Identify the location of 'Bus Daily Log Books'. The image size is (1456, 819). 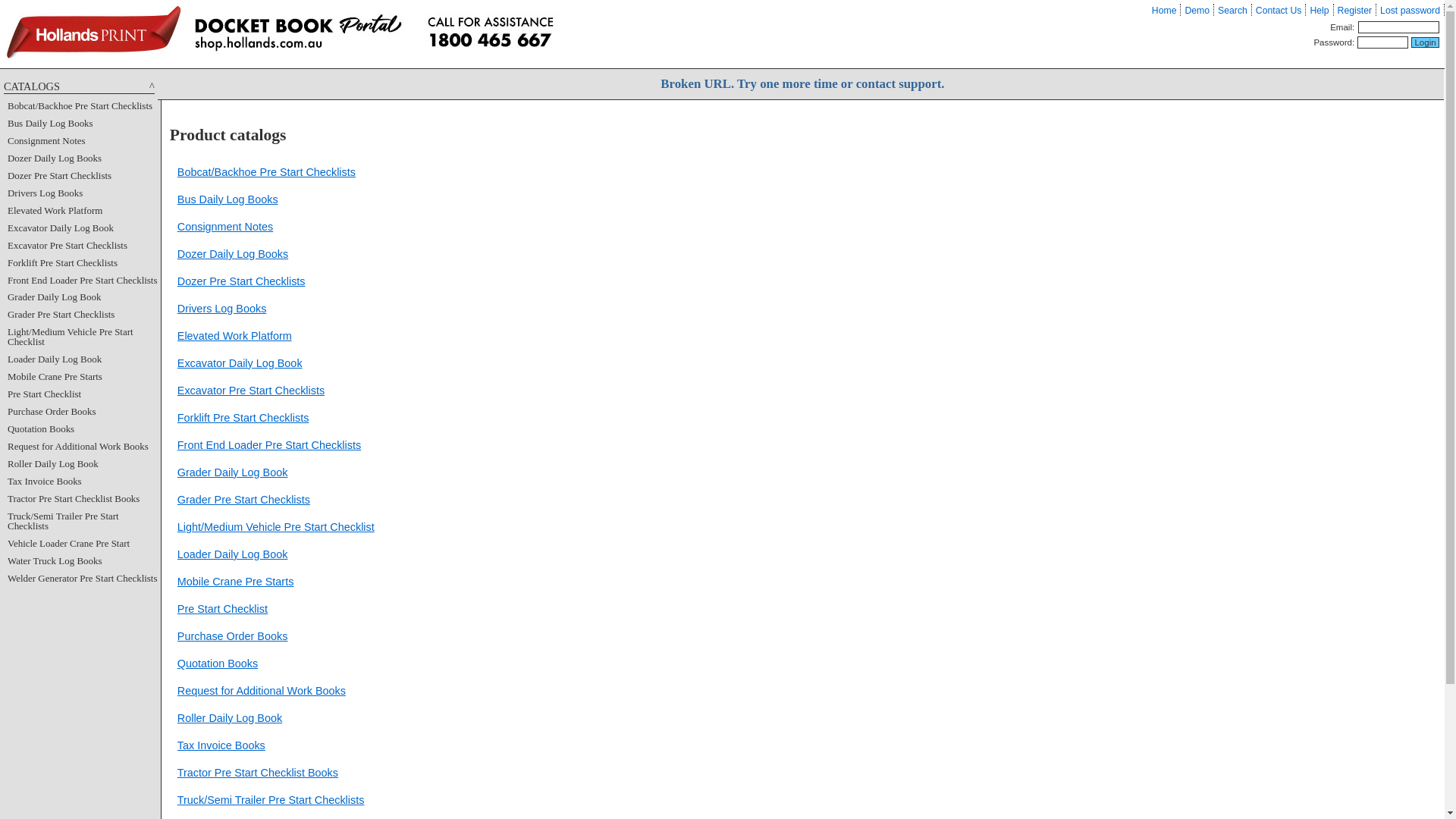
(177, 198).